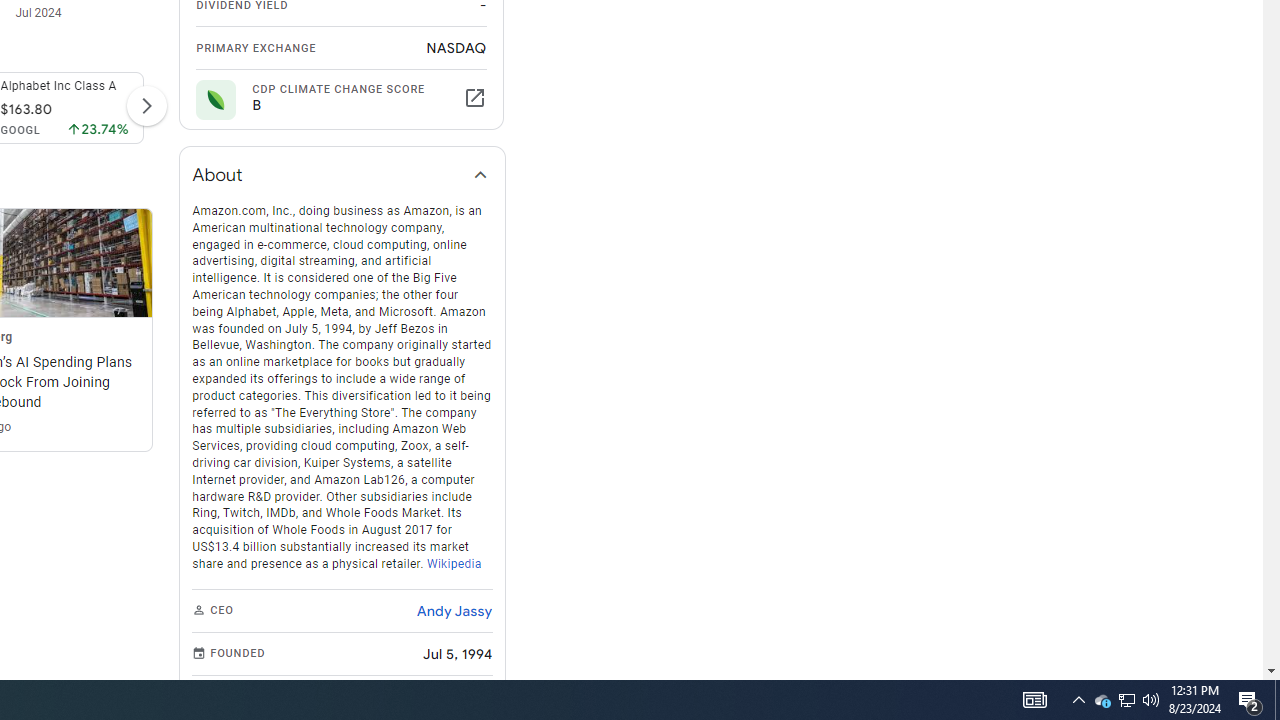 The width and height of the screenshot is (1280, 720). Describe the element at coordinates (453, 563) in the screenshot. I see `'Wikipedia'` at that location.